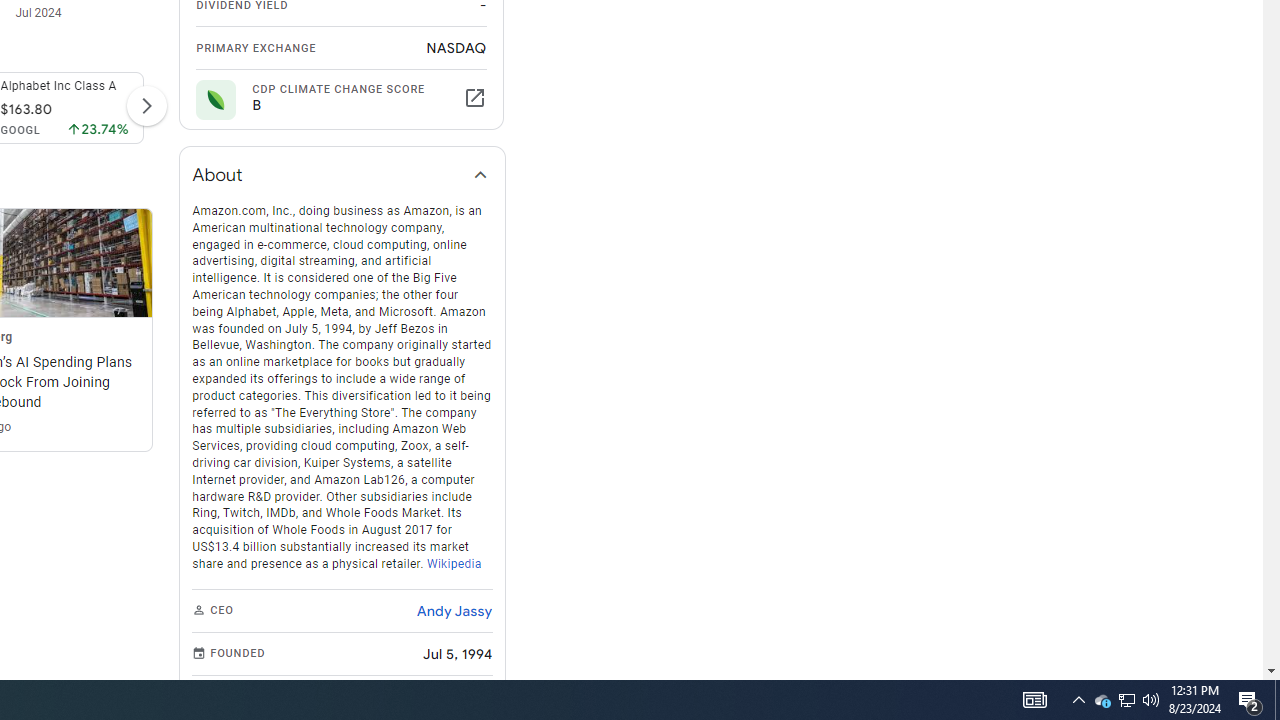 The width and height of the screenshot is (1280, 720). Describe the element at coordinates (453, 563) in the screenshot. I see `'Wikipedia'` at that location.